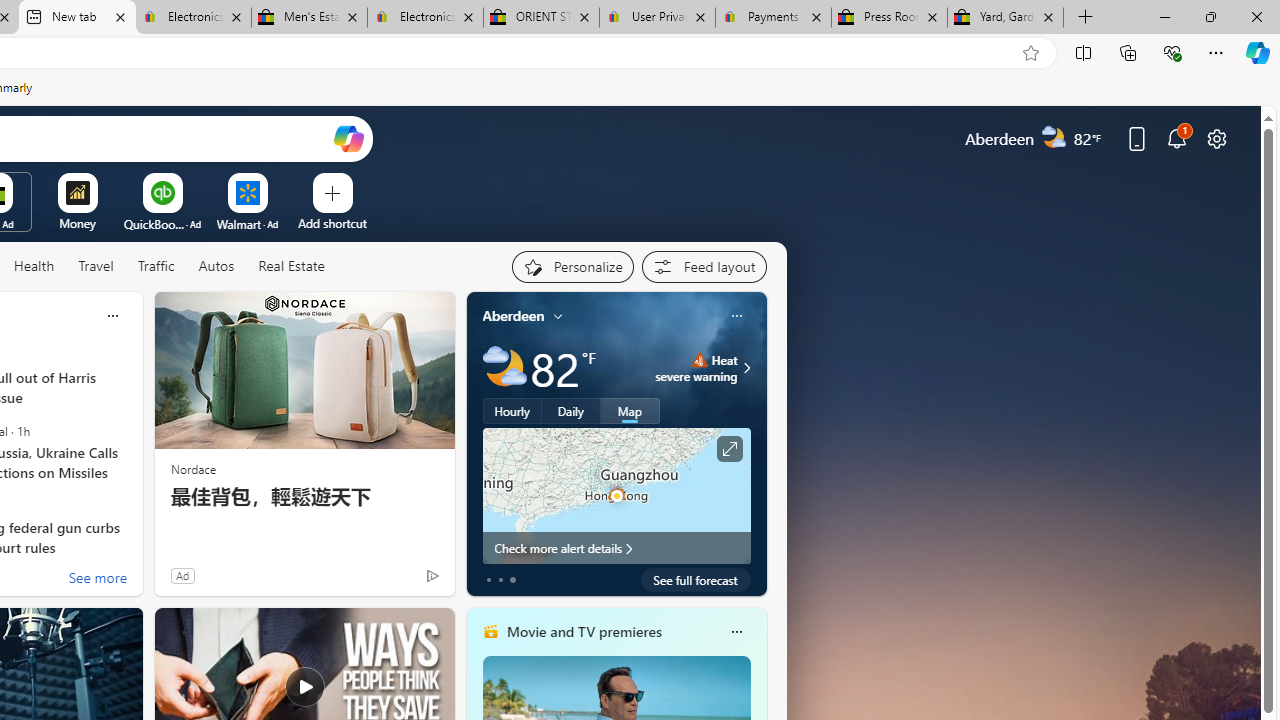 Image resolution: width=1280 pixels, height=720 pixels. What do you see at coordinates (558, 315) in the screenshot?
I see `'My location'` at bounding box center [558, 315].